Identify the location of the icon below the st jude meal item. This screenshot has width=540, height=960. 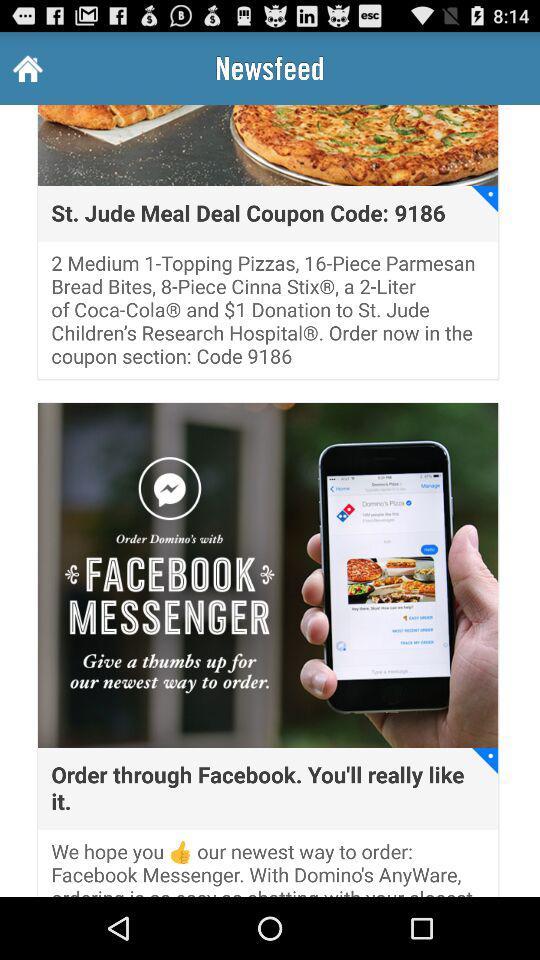
(268, 315).